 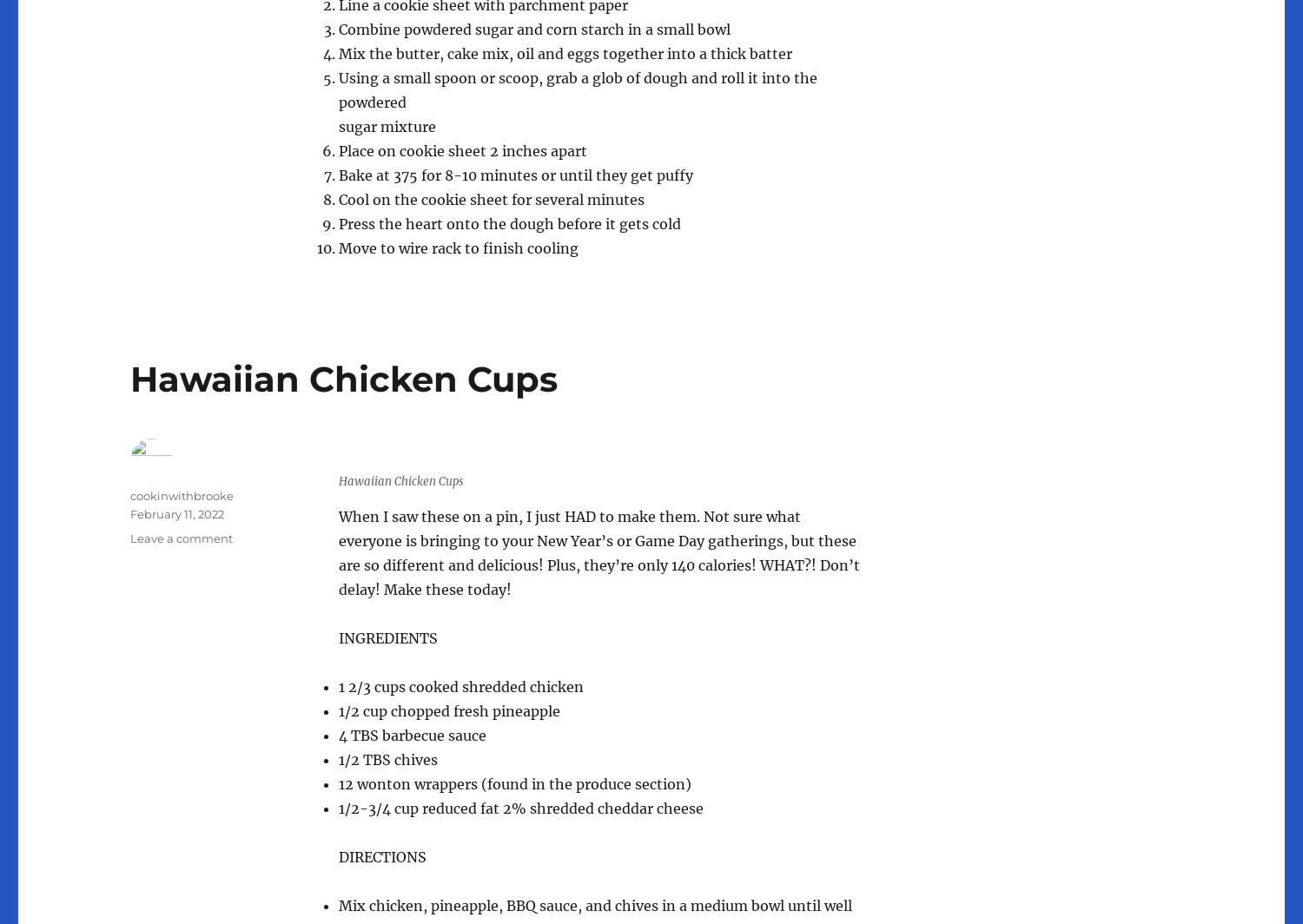 What do you see at coordinates (339, 28) in the screenshot?
I see `'Combine powdered sugar and corn starch in a small bowl'` at bounding box center [339, 28].